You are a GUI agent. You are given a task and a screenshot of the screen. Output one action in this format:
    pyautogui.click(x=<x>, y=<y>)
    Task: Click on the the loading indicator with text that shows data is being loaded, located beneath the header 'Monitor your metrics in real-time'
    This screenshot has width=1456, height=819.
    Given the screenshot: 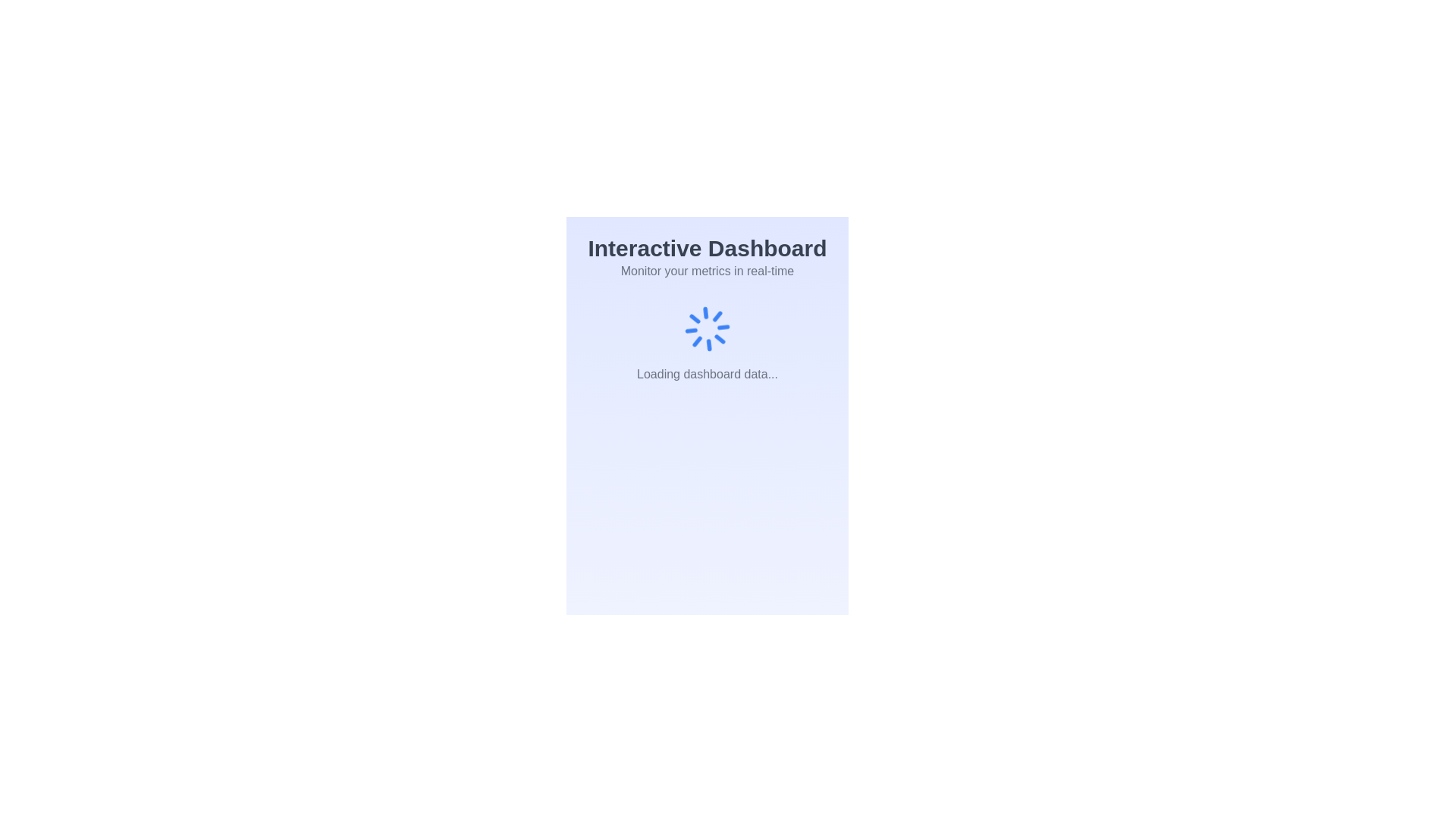 What is the action you would take?
    pyautogui.click(x=706, y=344)
    